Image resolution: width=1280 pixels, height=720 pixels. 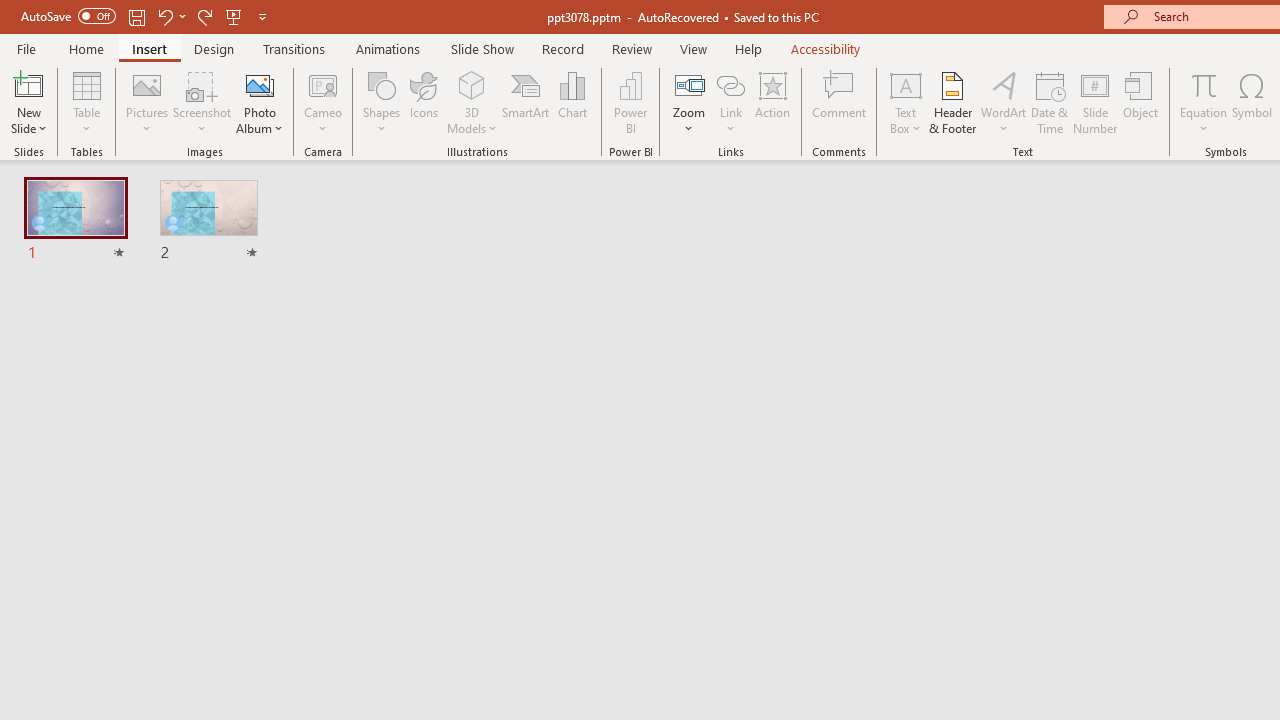 What do you see at coordinates (323, 103) in the screenshot?
I see `'Cameo'` at bounding box center [323, 103].